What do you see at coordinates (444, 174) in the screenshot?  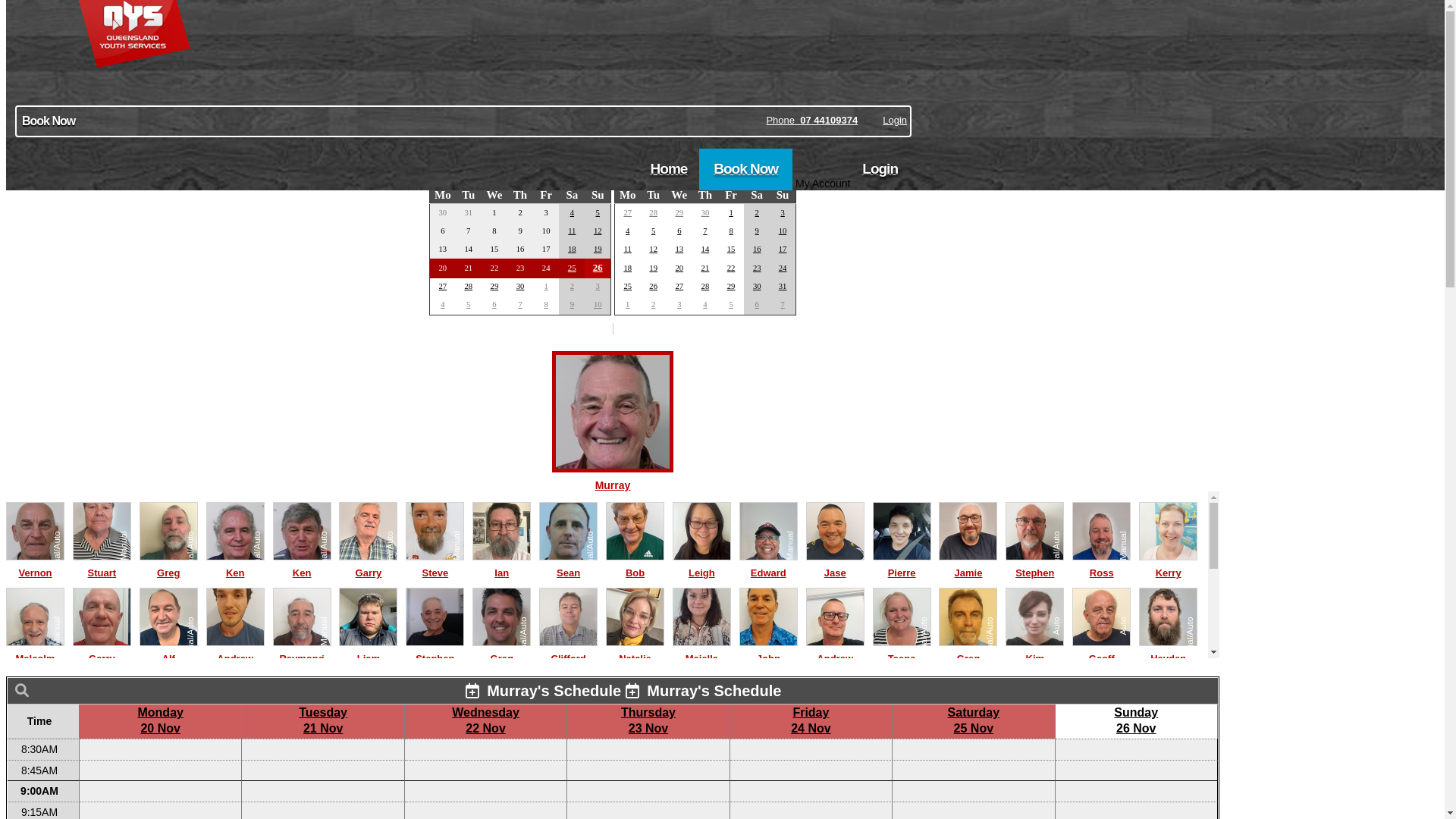 I see `'Oct'` at bounding box center [444, 174].